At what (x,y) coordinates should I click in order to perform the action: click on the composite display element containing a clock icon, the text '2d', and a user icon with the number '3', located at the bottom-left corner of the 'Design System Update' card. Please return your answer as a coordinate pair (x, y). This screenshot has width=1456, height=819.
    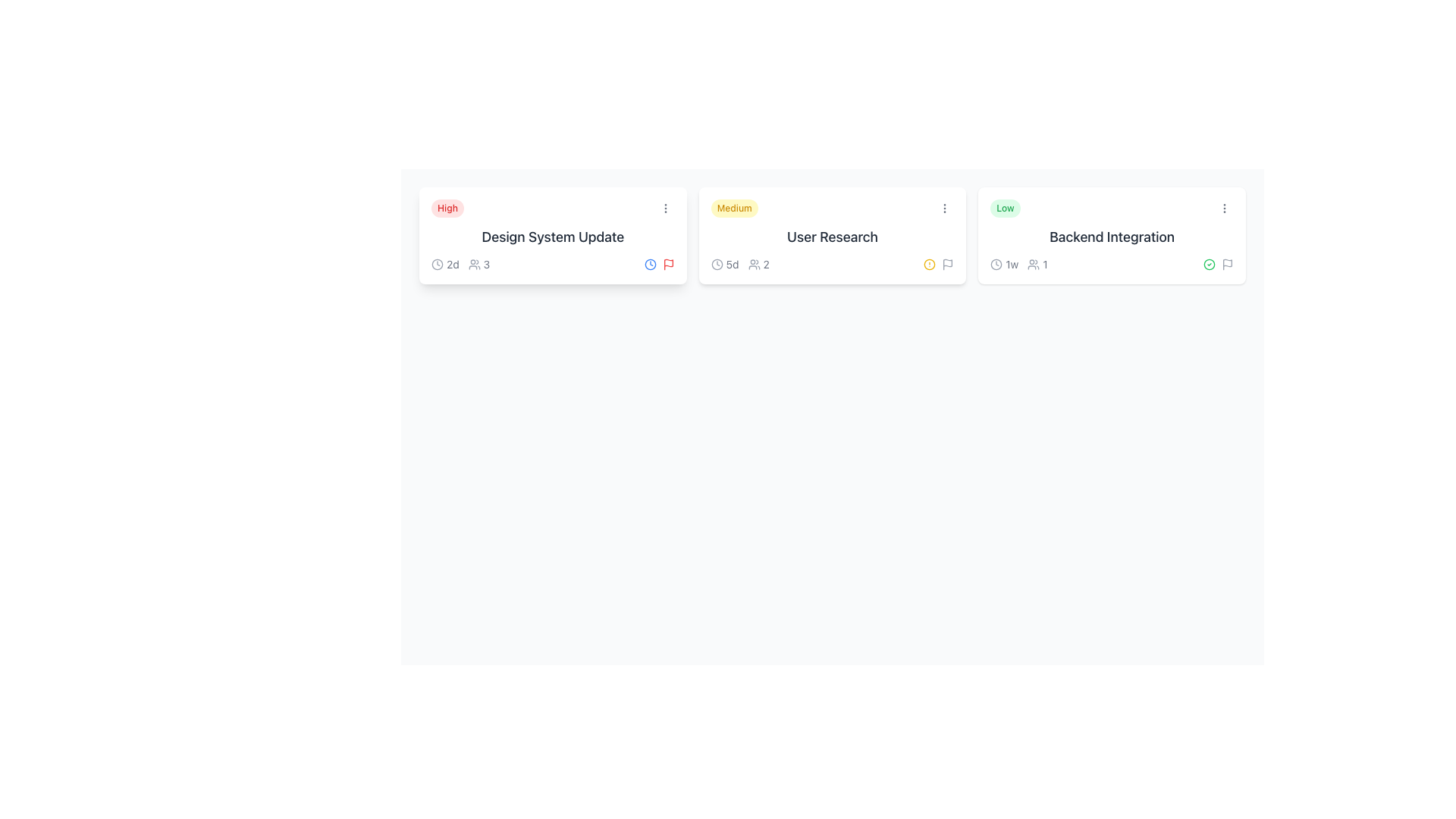
    Looking at the image, I should click on (460, 263).